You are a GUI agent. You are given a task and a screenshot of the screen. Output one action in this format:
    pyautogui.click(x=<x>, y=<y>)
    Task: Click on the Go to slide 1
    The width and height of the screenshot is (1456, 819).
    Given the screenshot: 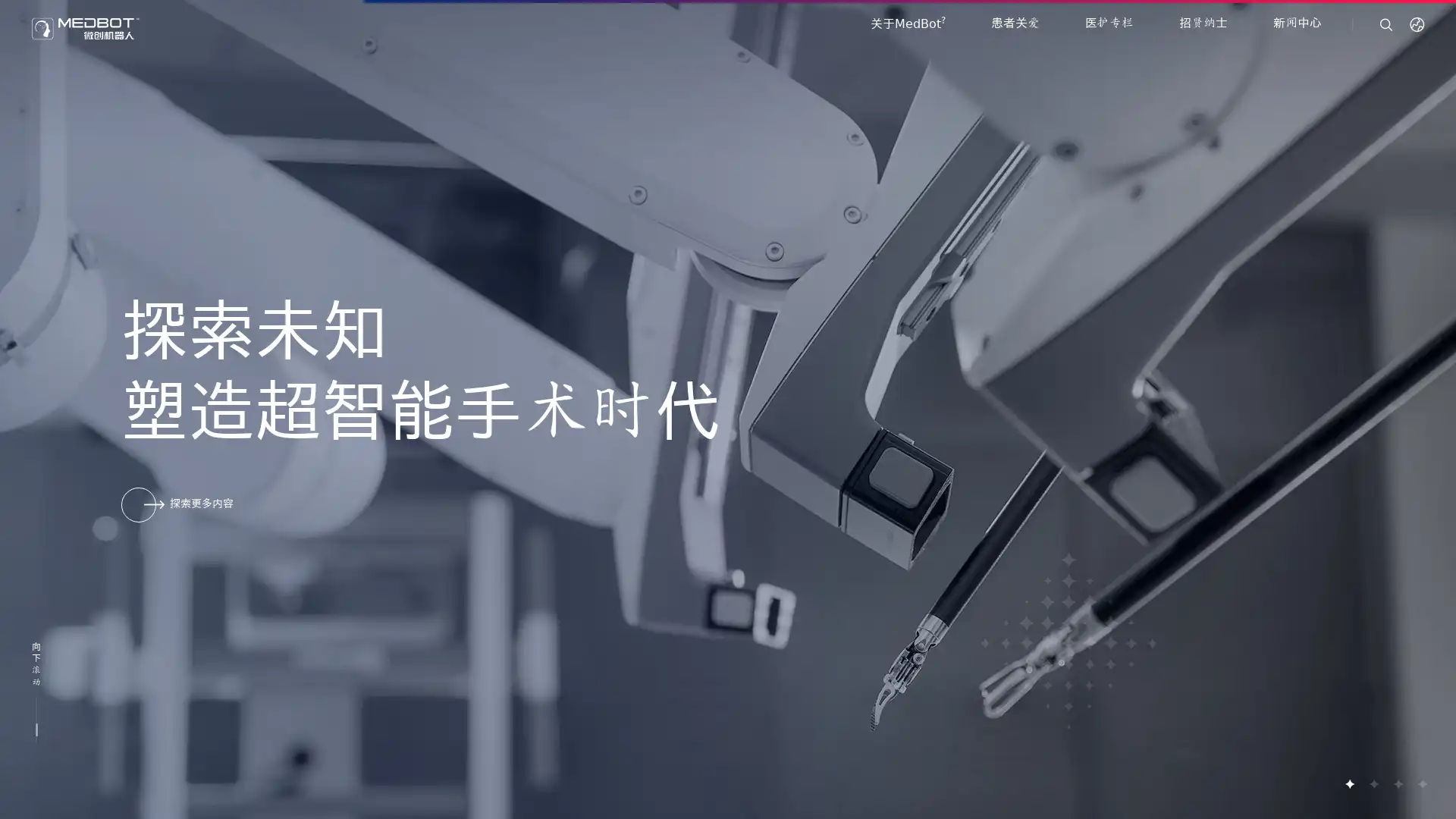 What is the action you would take?
    pyautogui.click(x=1349, y=783)
    